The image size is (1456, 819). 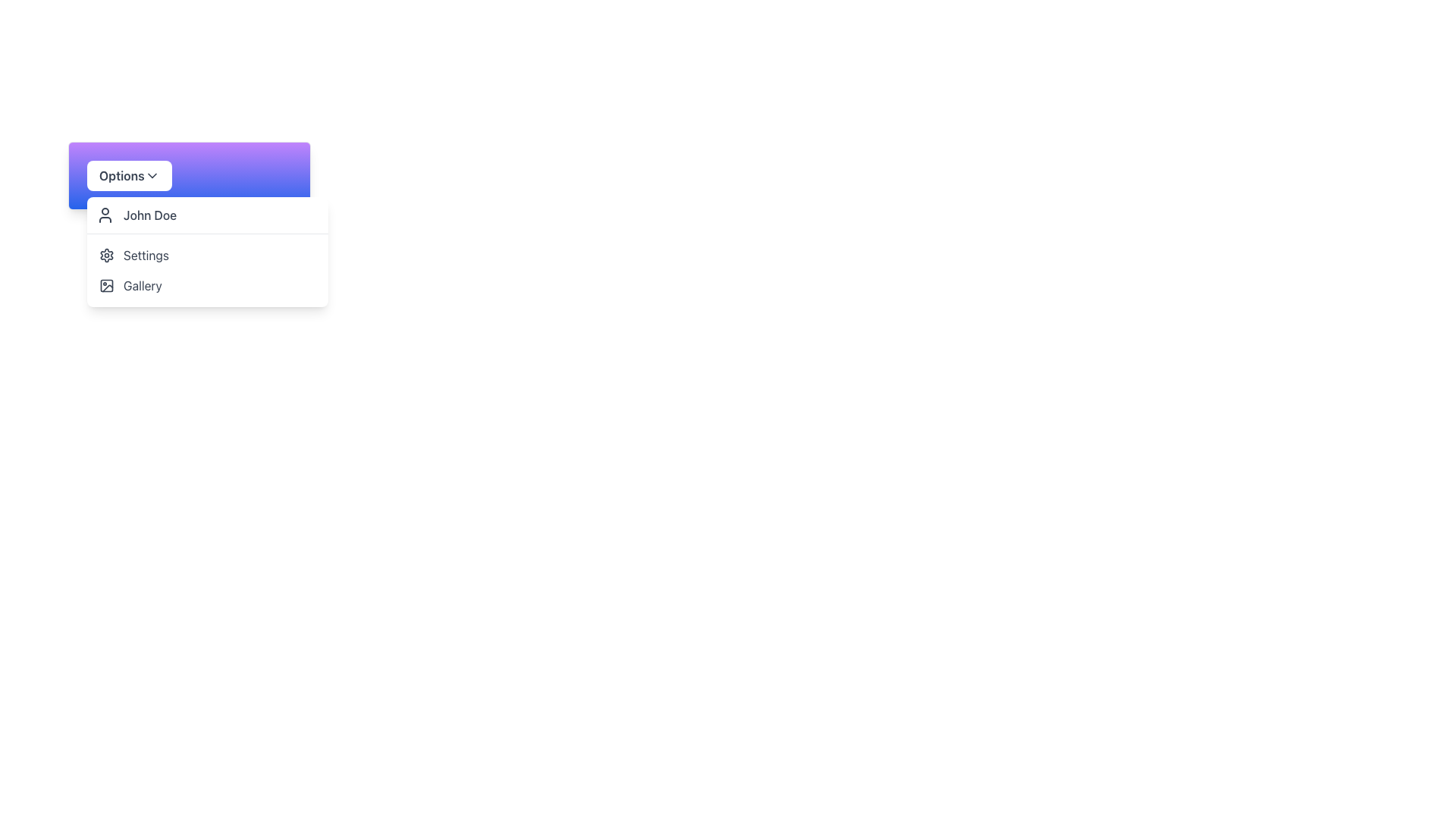 I want to click on the dropdown menu options containing 'Settings' and 'Gallery', so click(x=206, y=270).